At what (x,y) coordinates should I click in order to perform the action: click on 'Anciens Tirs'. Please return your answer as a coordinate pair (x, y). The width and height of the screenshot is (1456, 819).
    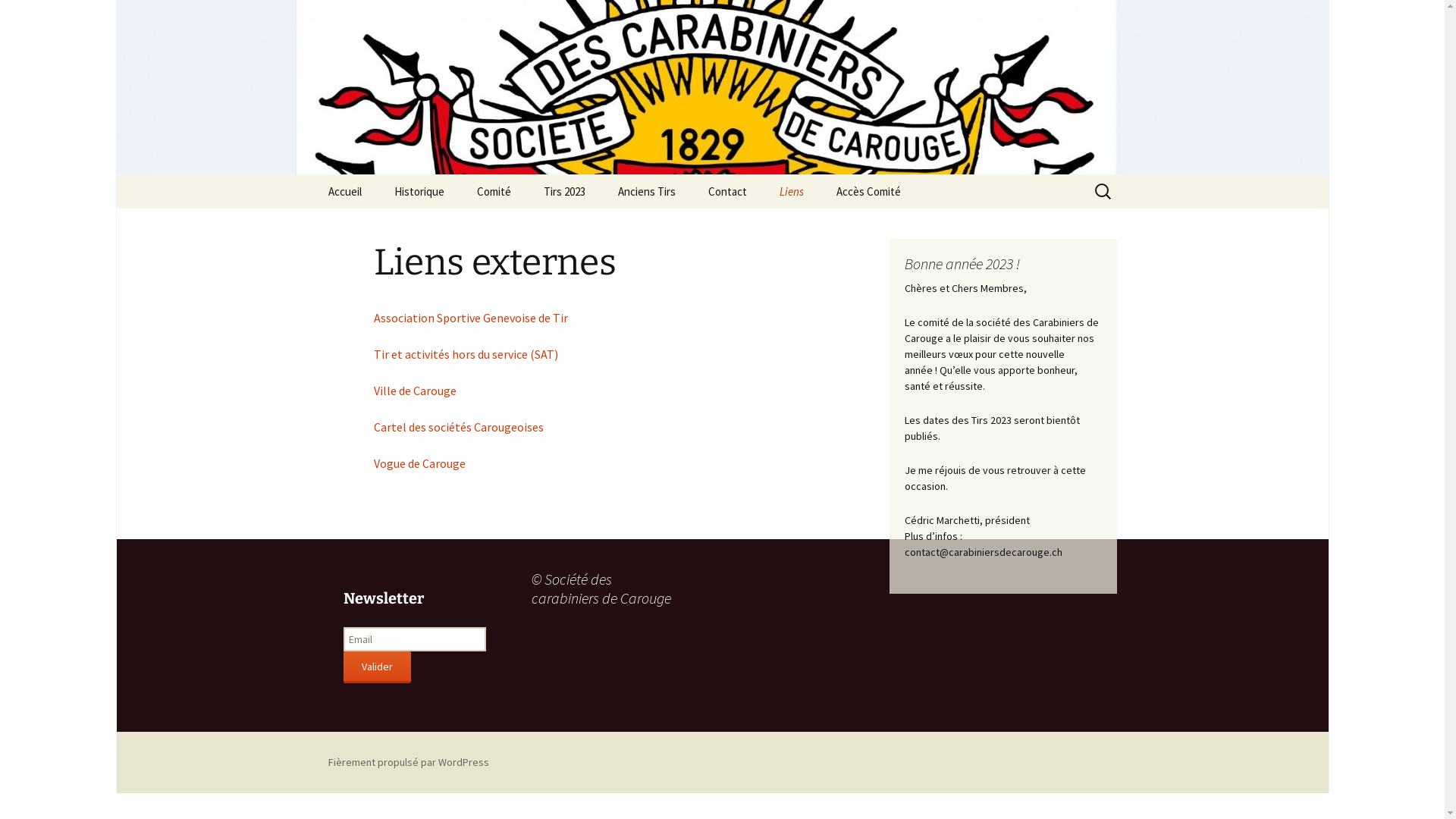
    Looking at the image, I should click on (601, 190).